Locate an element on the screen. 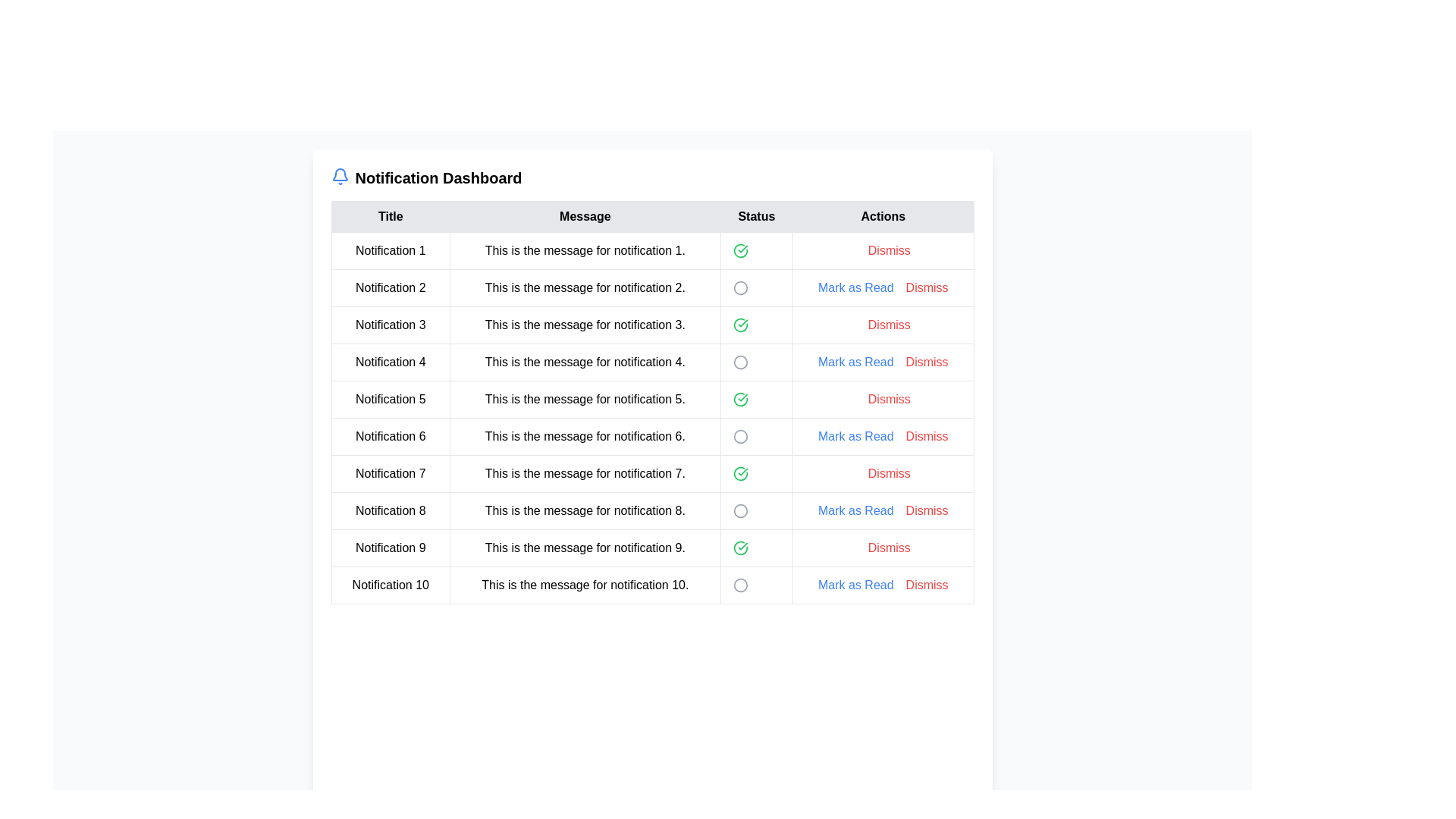 The image size is (1456, 819). the Table Cell displaying the title of the second notification in the list is located at coordinates (391, 288).